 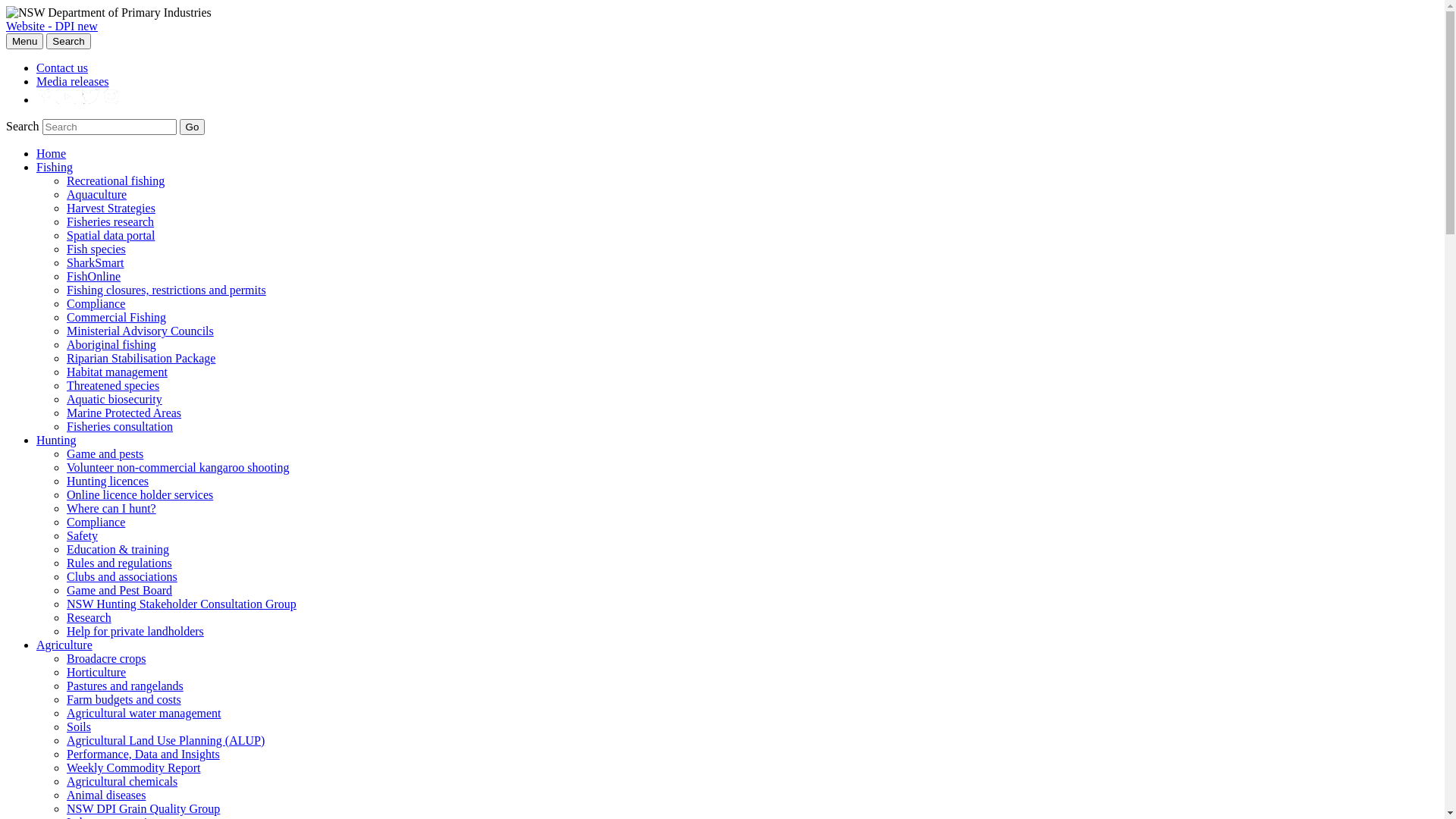 I want to click on 'Commercial Fishing', so click(x=115, y=316).